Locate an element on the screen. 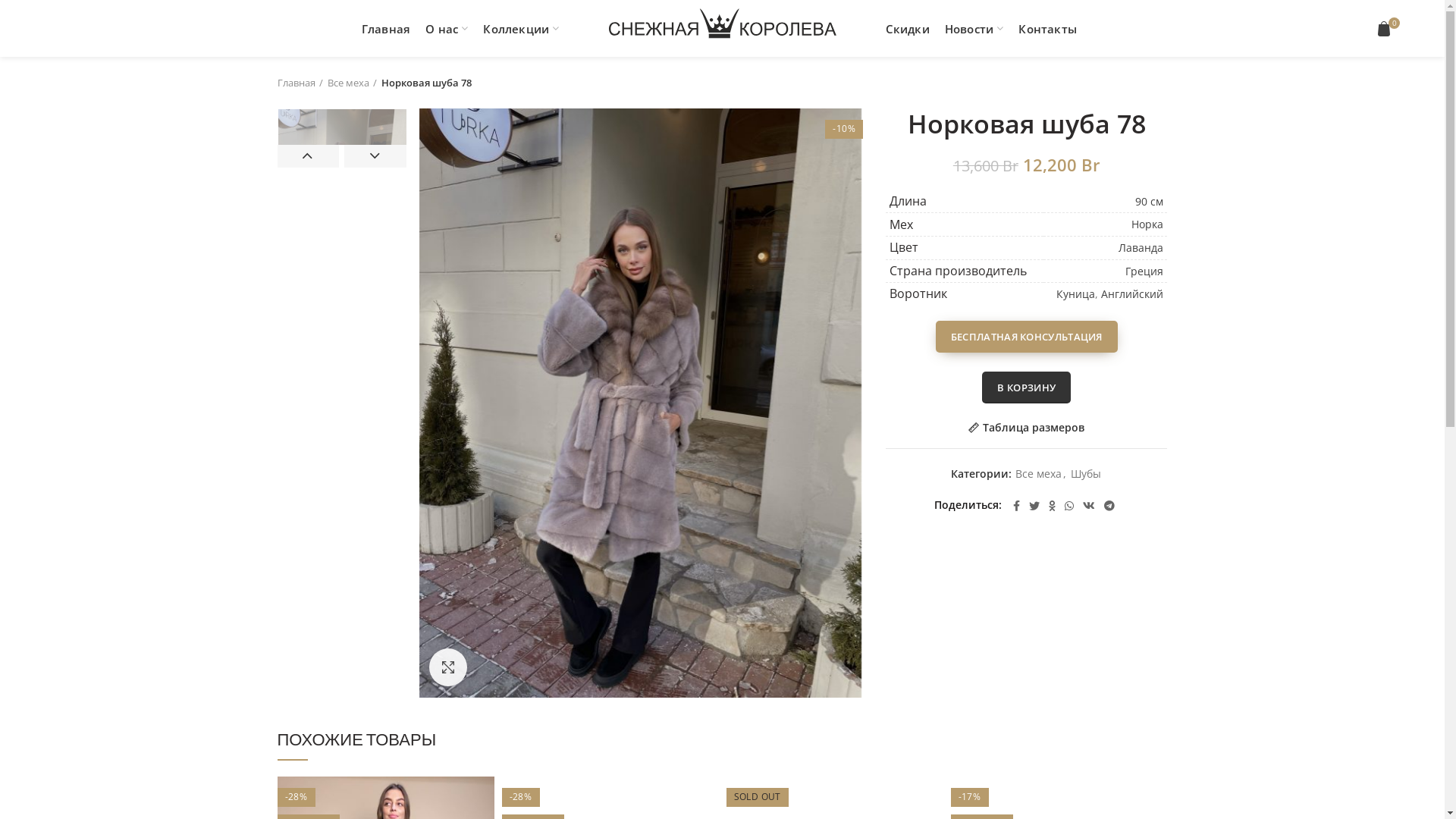 This screenshot has height=819, width=1456. 'Telegram' is located at coordinates (1109, 506).